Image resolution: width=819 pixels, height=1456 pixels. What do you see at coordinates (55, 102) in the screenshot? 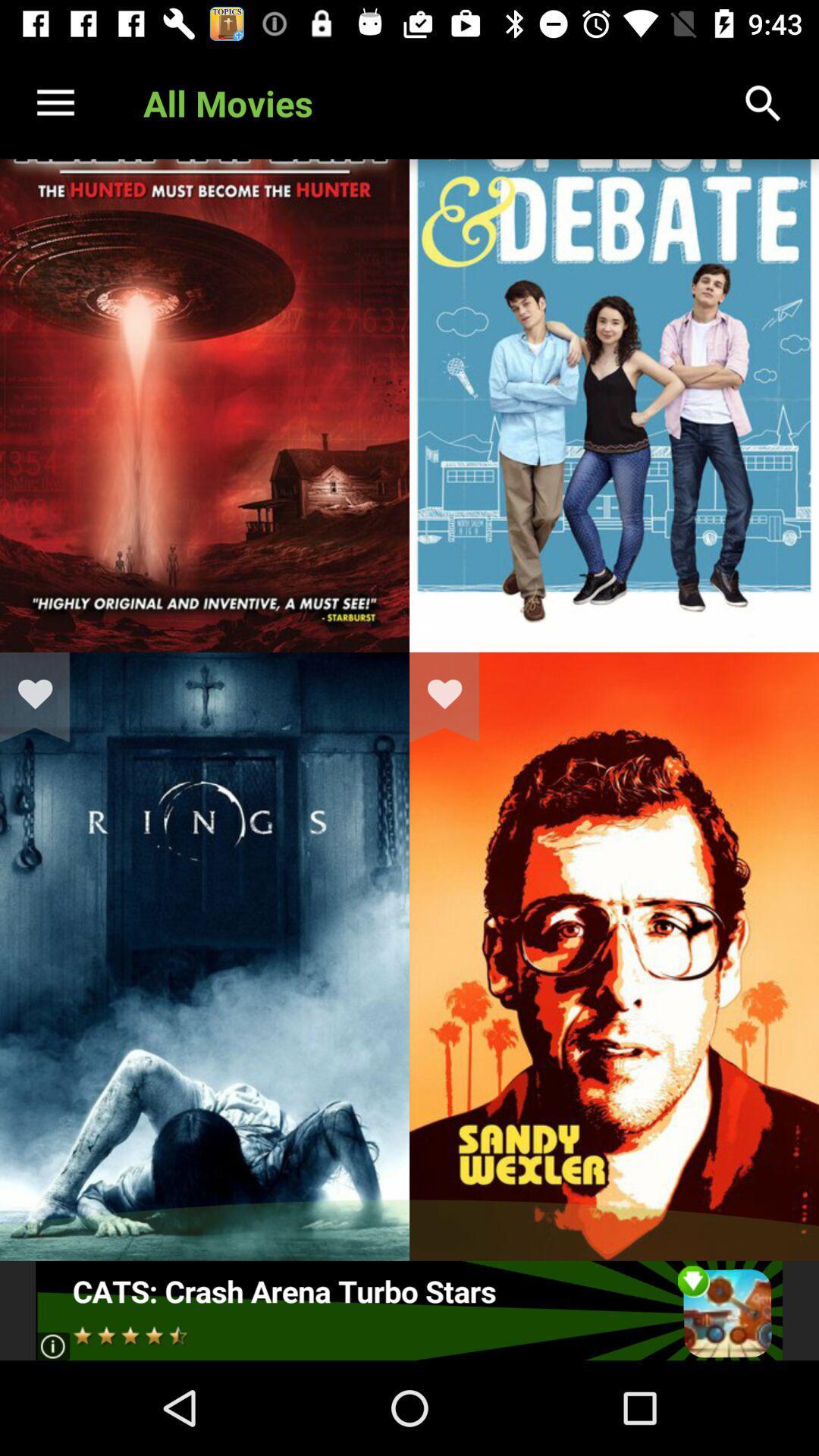
I see `the icon next to the all movies item` at bounding box center [55, 102].